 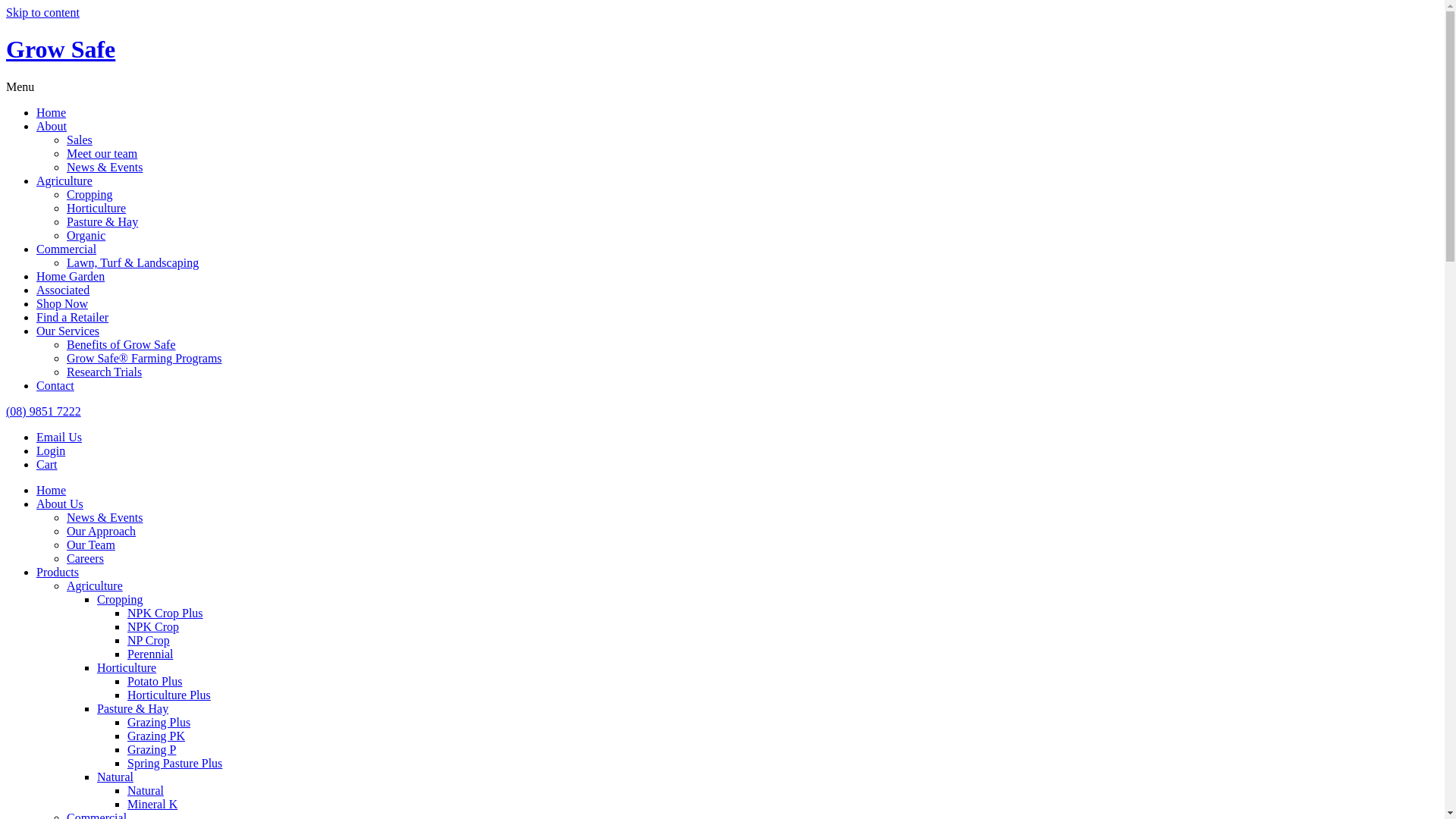 What do you see at coordinates (174, 763) in the screenshot?
I see `'Spring Pasture Plus'` at bounding box center [174, 763].